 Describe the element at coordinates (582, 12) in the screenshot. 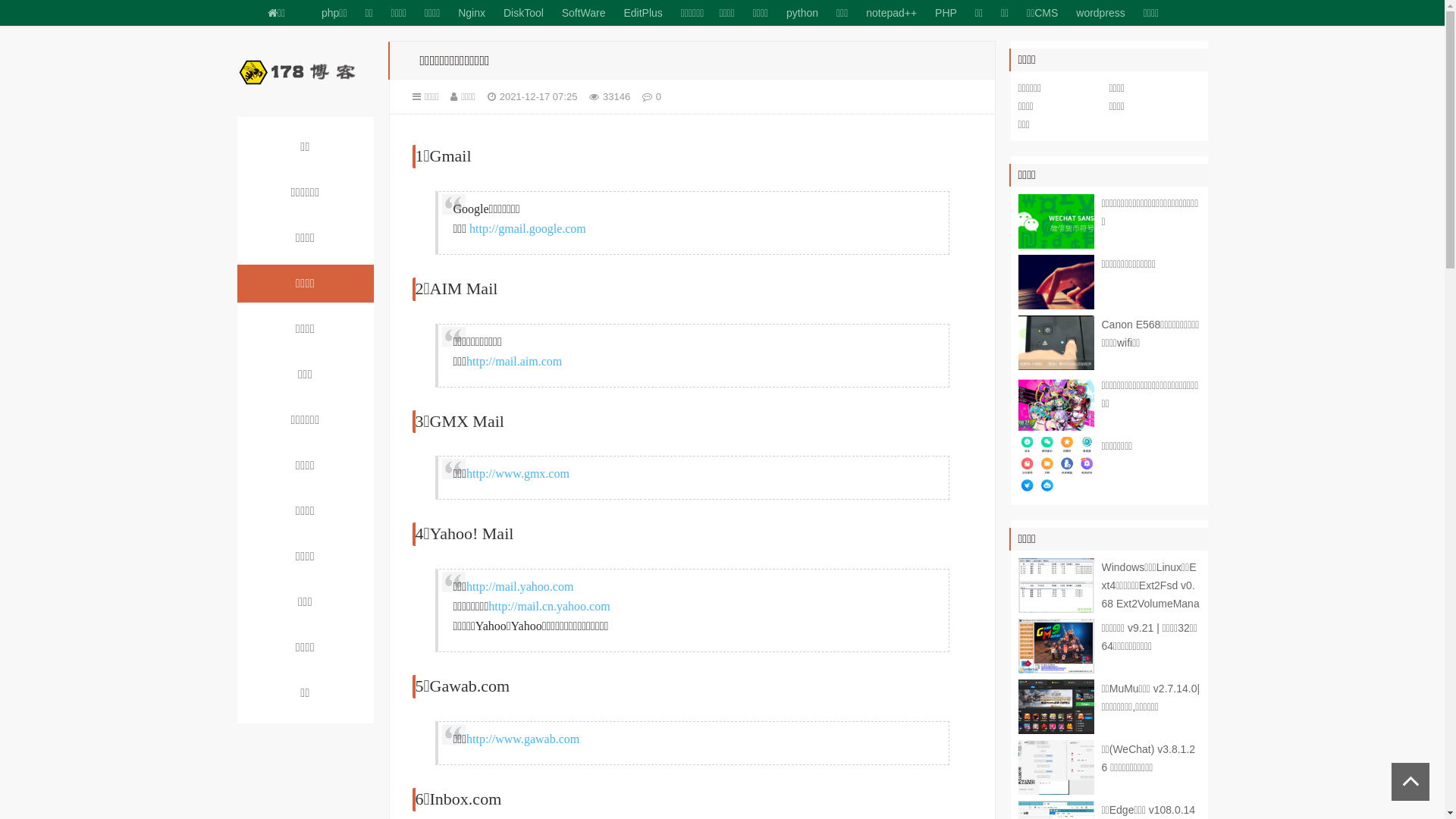

I see `'SoftWare'` at that location.